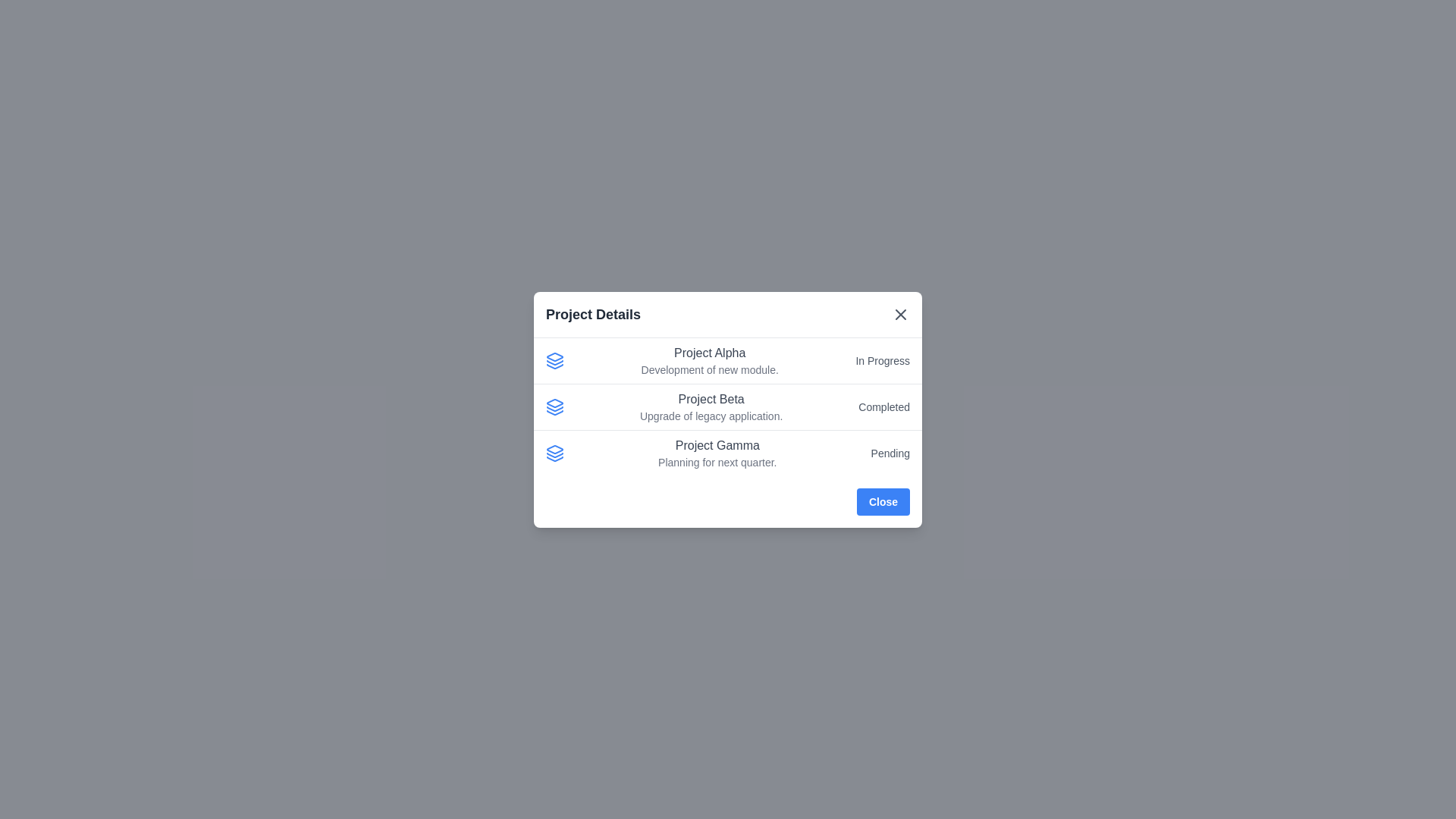 Image resolution: width=1456 pixels, height=819 pixels. I want to click on the project icon for Project Beta, so click(554, 406).